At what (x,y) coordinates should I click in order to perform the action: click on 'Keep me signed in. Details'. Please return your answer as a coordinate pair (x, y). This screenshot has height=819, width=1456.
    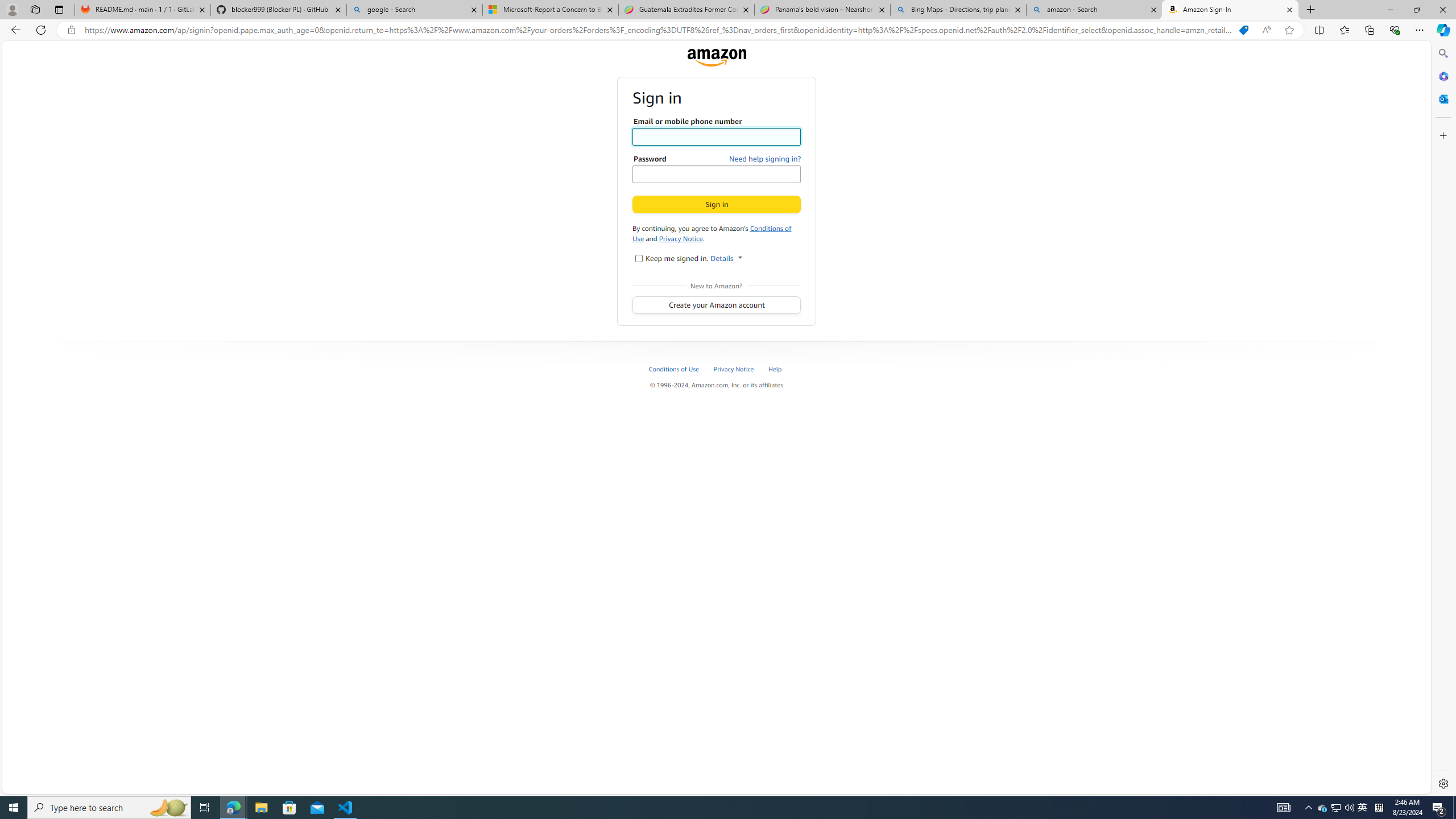
    Looking at the image, I should click on (638, 257).